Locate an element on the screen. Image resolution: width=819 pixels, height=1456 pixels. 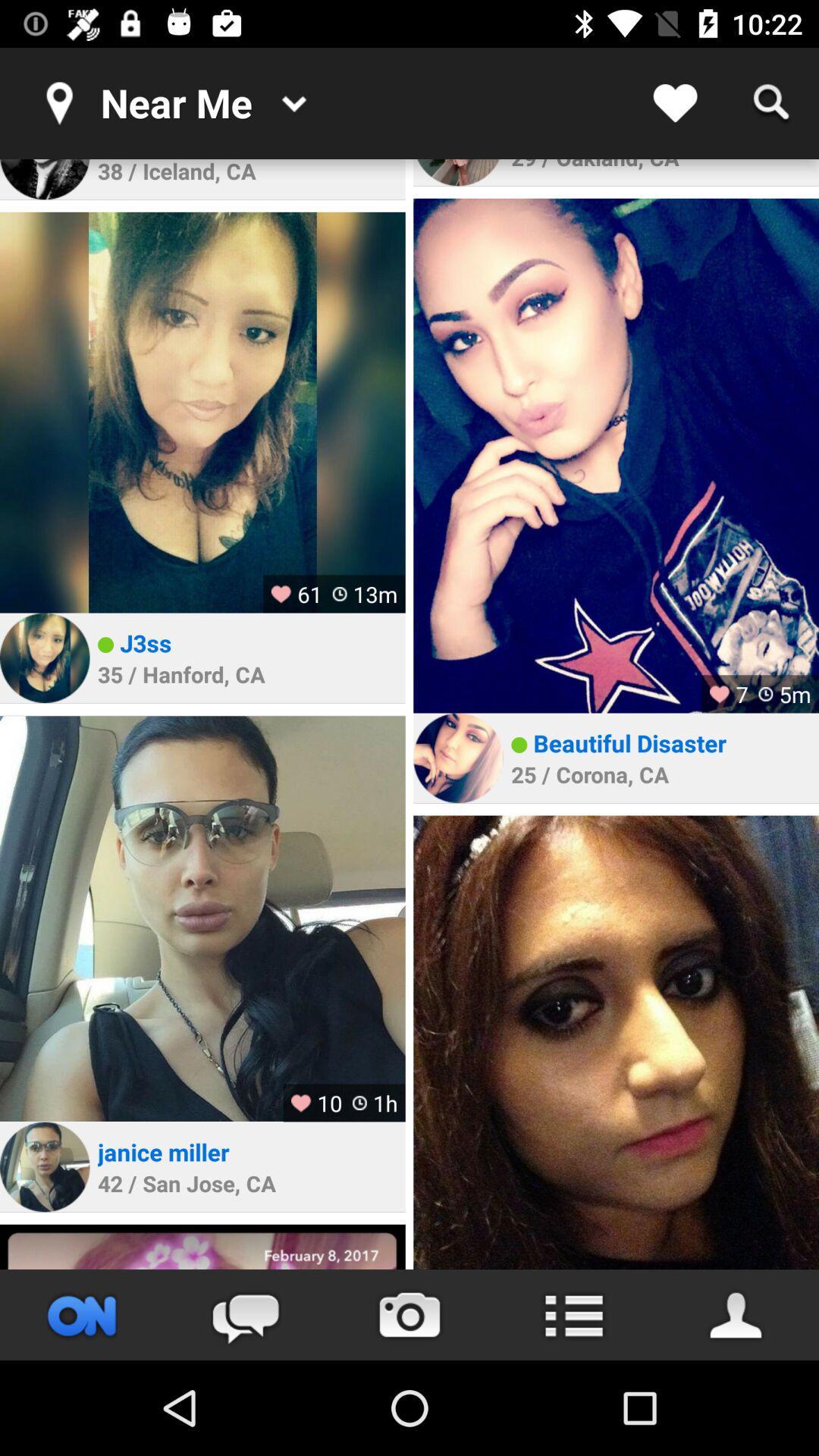
the chat icon is located at coordinates (245, 1314).